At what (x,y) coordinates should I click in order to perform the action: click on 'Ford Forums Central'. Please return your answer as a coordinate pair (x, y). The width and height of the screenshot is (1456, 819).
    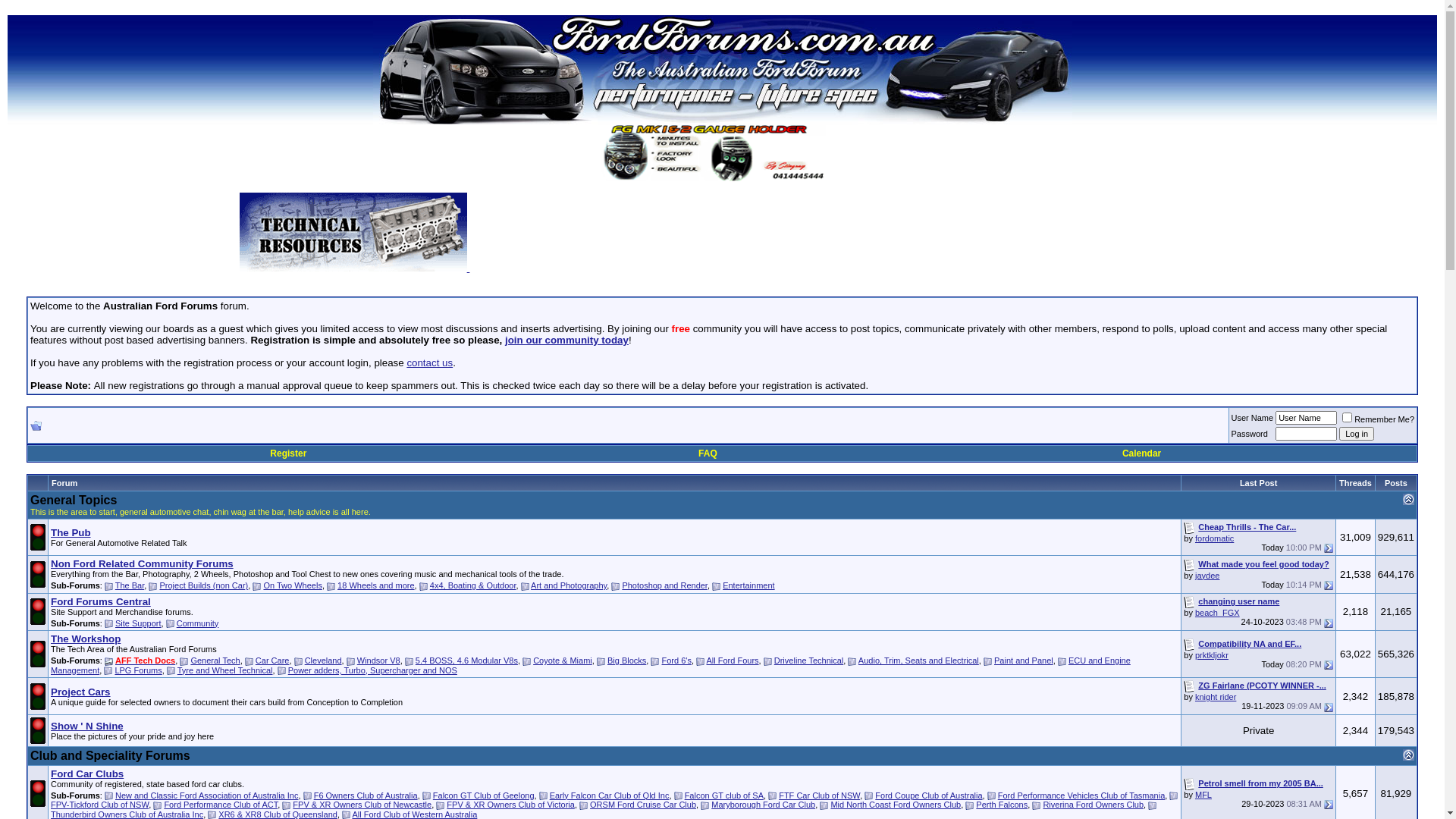
    Looking at the image, I should click on (51, 601).